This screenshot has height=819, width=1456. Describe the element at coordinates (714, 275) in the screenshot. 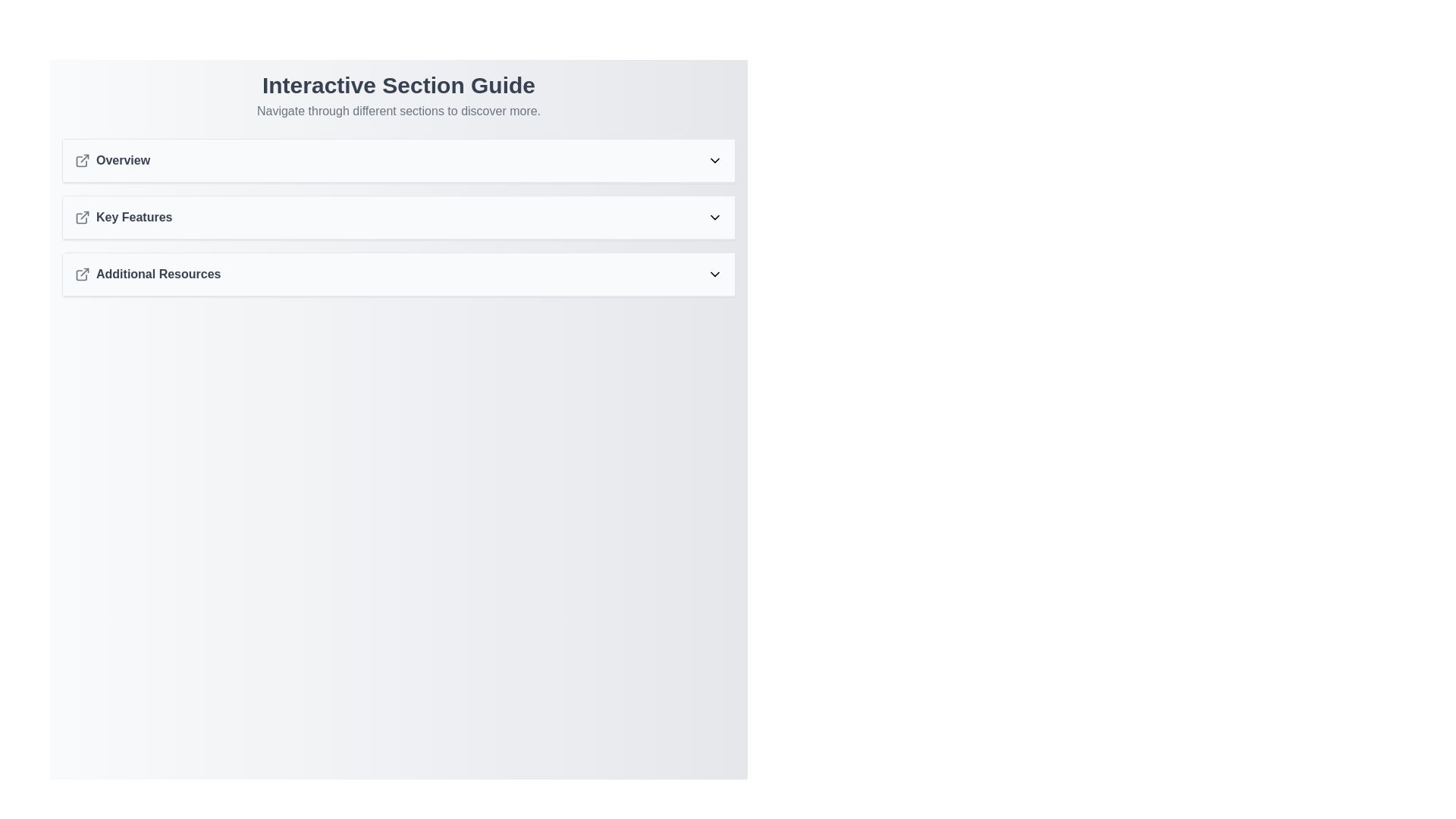

I see `the downward-pointing chevron icon located` at that location.